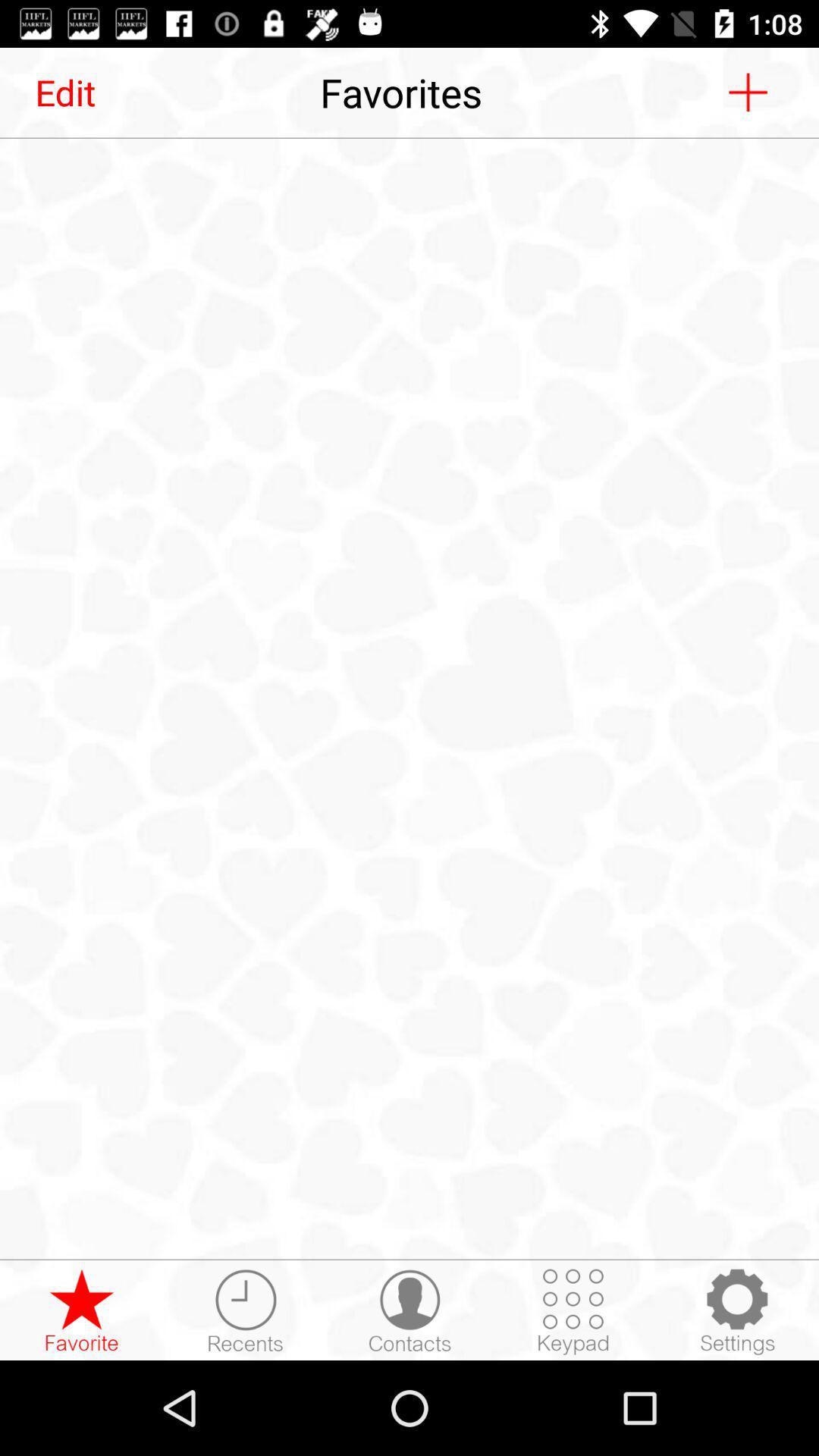 The height and width of the screenshot is (1456, 819). Describe the element at coordinates (245, 1310) in the screenshot. I see `the time icon` at that location.